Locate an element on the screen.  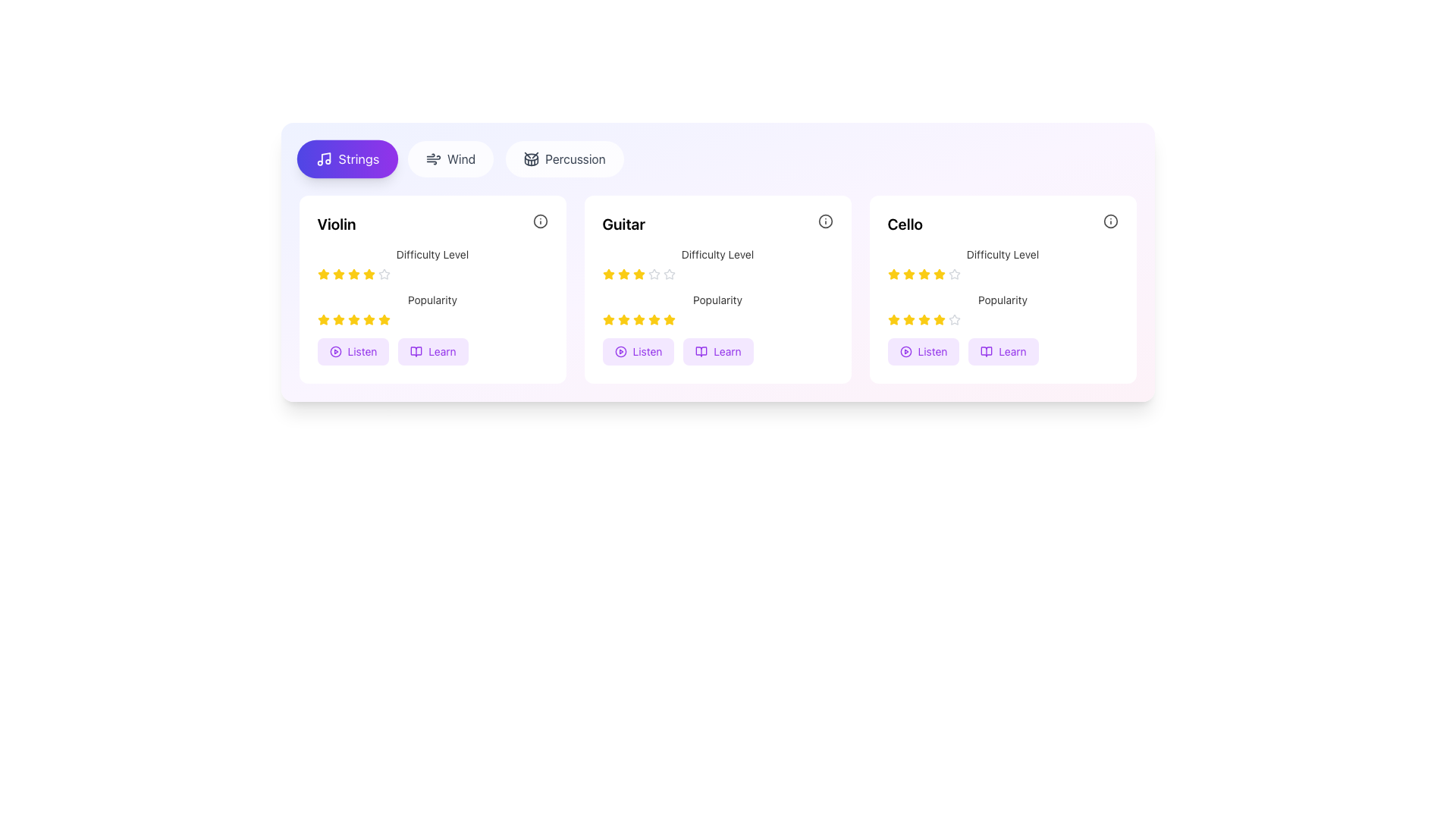
the circular play button located within the 'Listen' button group on the 'Violin' card to prompt a tooltip or animation is located at coordinates (334, 351).